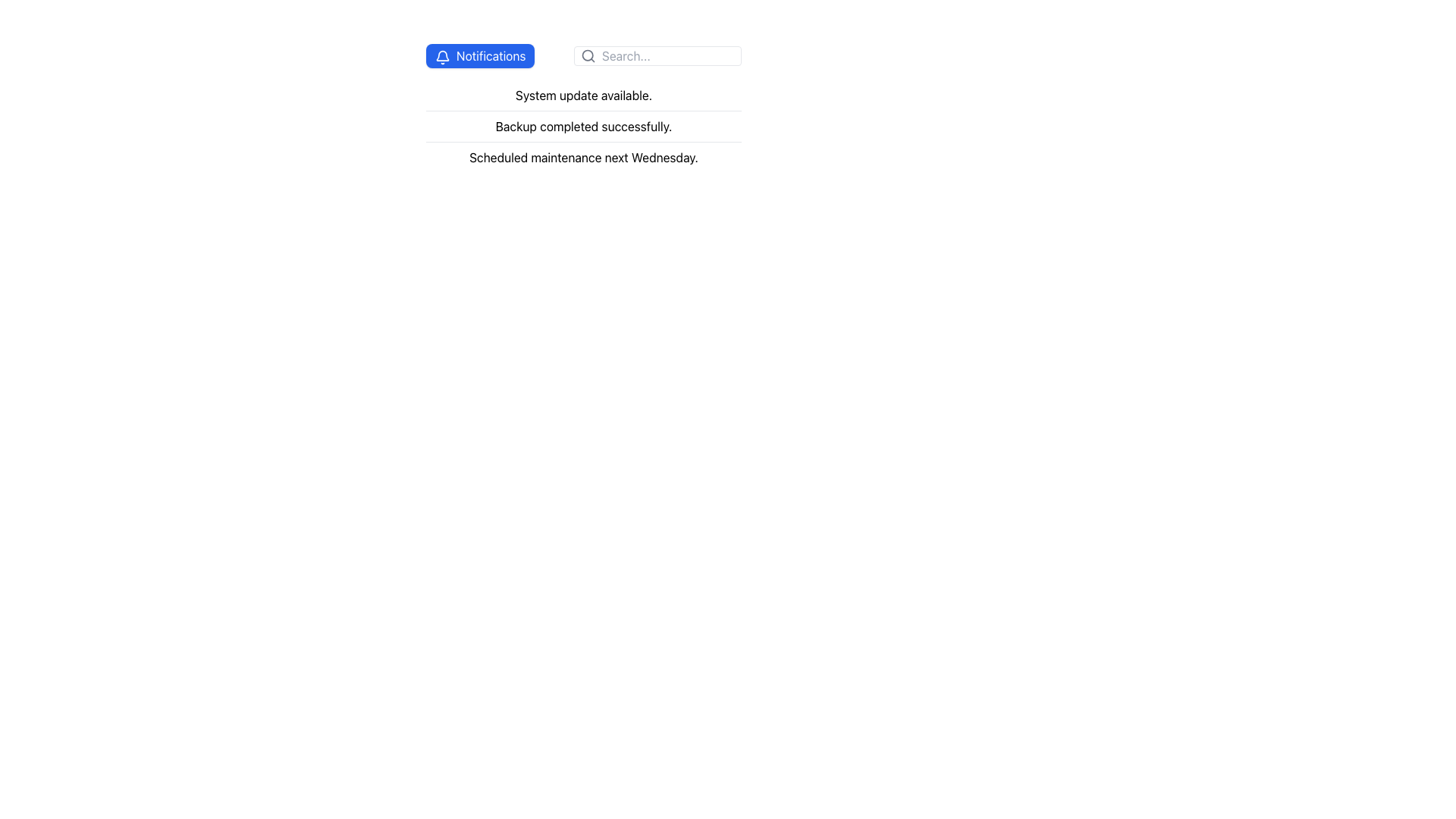 The image size is (1456, 819). What do you see at coordinates (582, 157) in the screenshot?
I see `the text label that reads 'Scheduled maintenance next Wednesday.' which is the third item in the notification list` at bounding box center [582, 157].